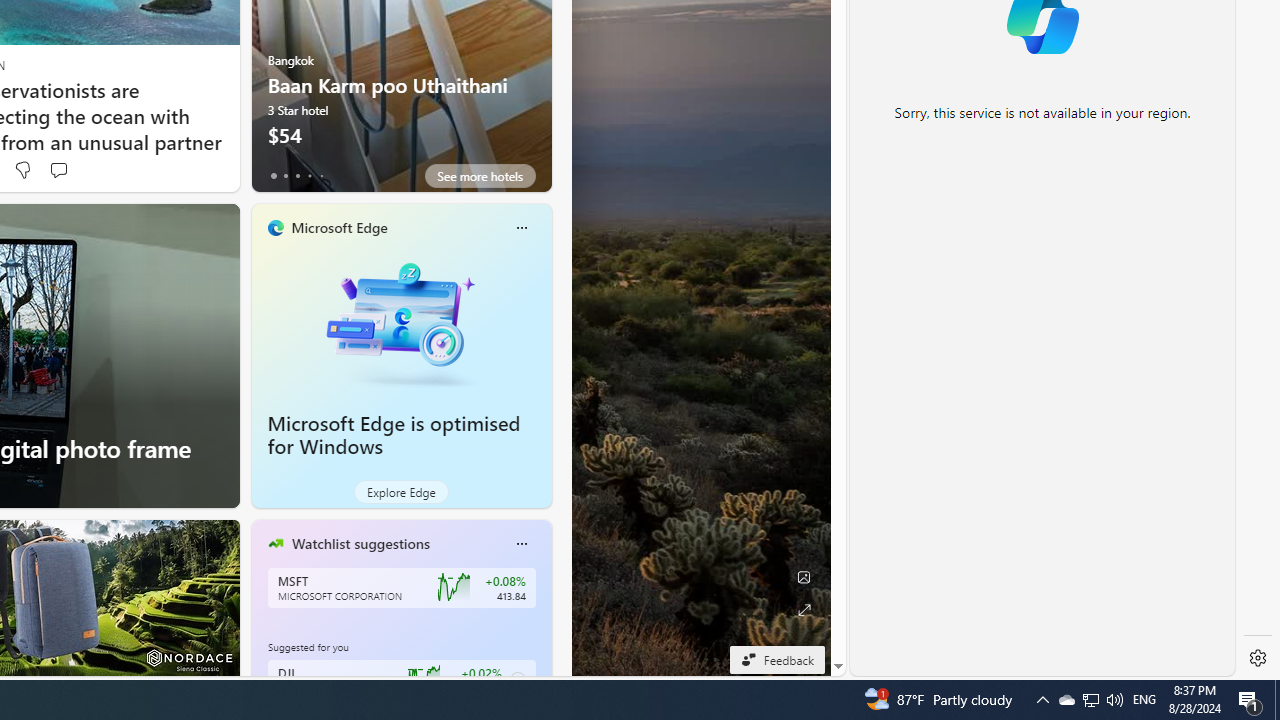 This screenshot has width=1280, height=720. What do you see at coordinates (521, 543) in the screenshot?
I see `'More options'` at bounding box center [521, 543].